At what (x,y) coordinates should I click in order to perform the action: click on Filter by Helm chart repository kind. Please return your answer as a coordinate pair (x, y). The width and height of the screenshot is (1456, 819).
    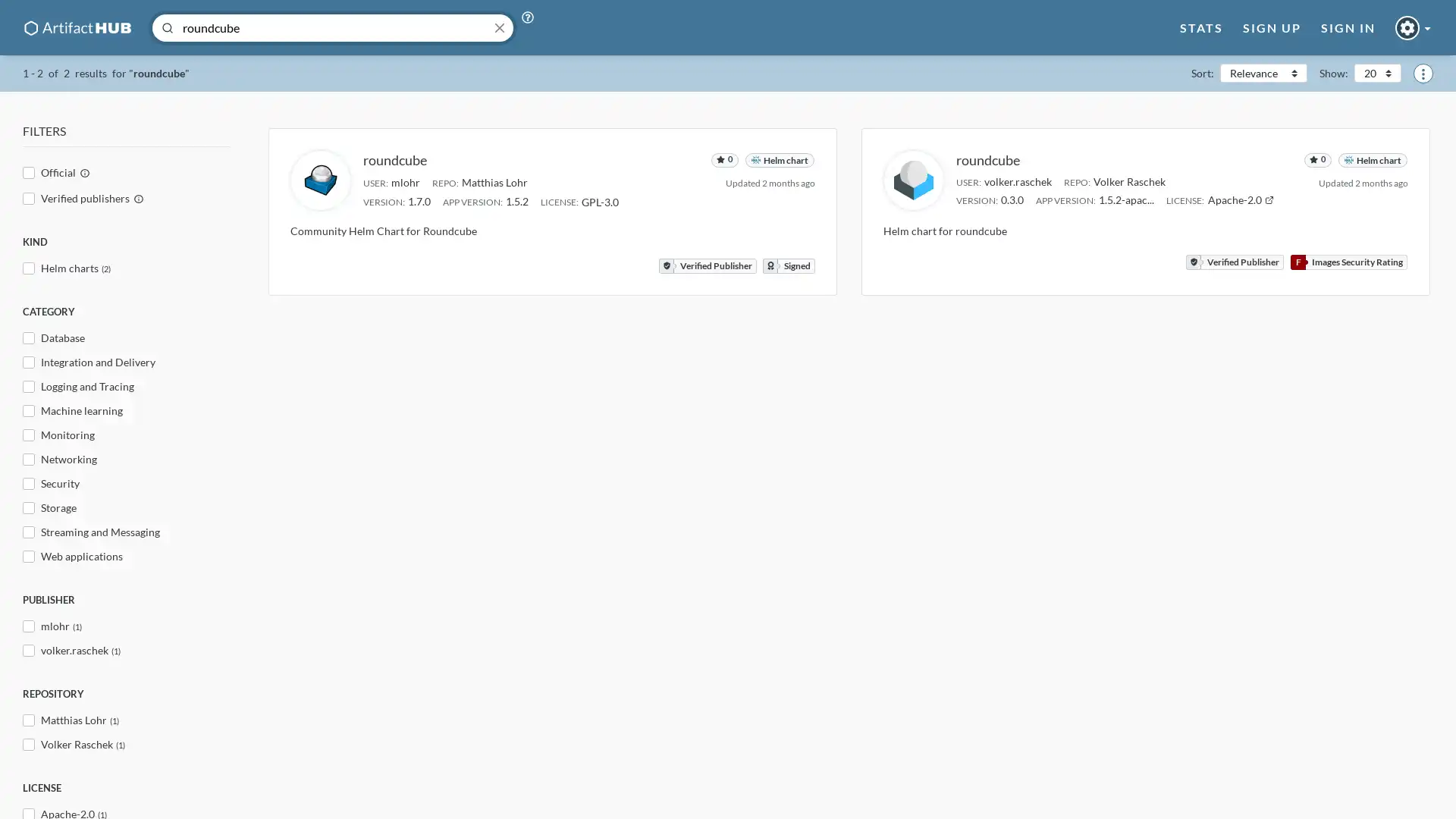
    Looking at the image, I should click on (779, 160).